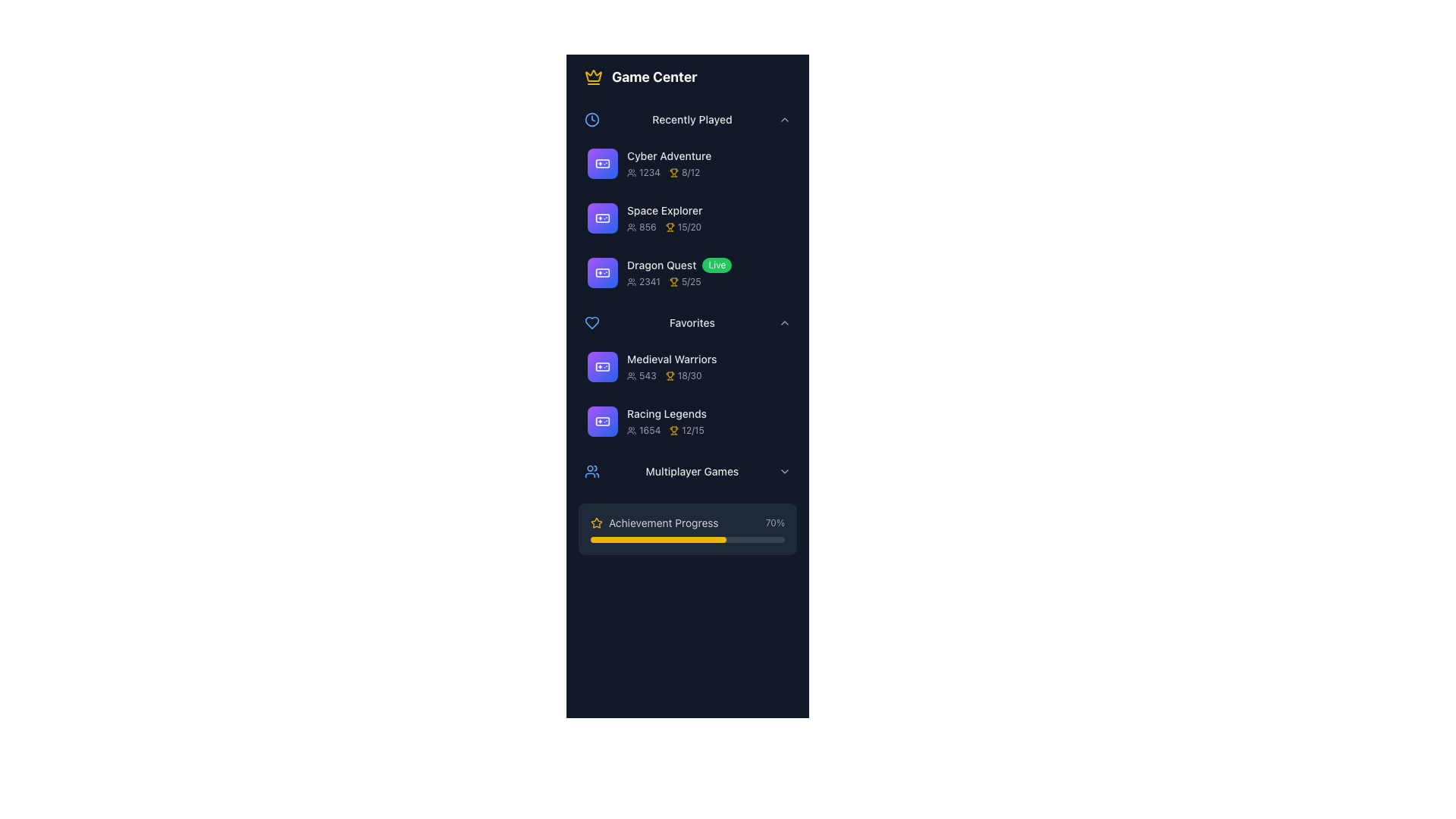 The height and width of the screenshot is (819, 1456). What do you see at coordinates (650, 430) in the screenshot?
I see `the text indicating the count of users or plays located to the right of the user icon in the 'Racing Legends' item under the Favorites section` at bounding box center [650, 430].